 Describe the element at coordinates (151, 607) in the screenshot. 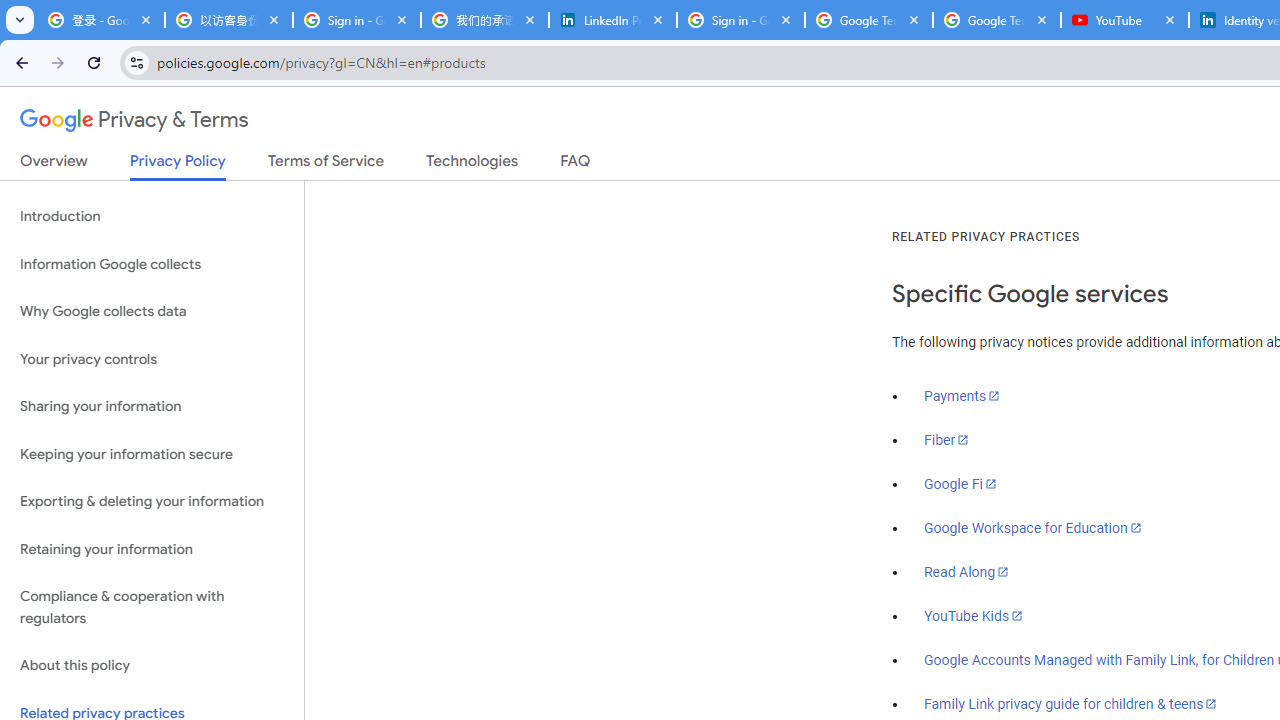

I see `'Compliance & cooperation with regulators'` at that location.